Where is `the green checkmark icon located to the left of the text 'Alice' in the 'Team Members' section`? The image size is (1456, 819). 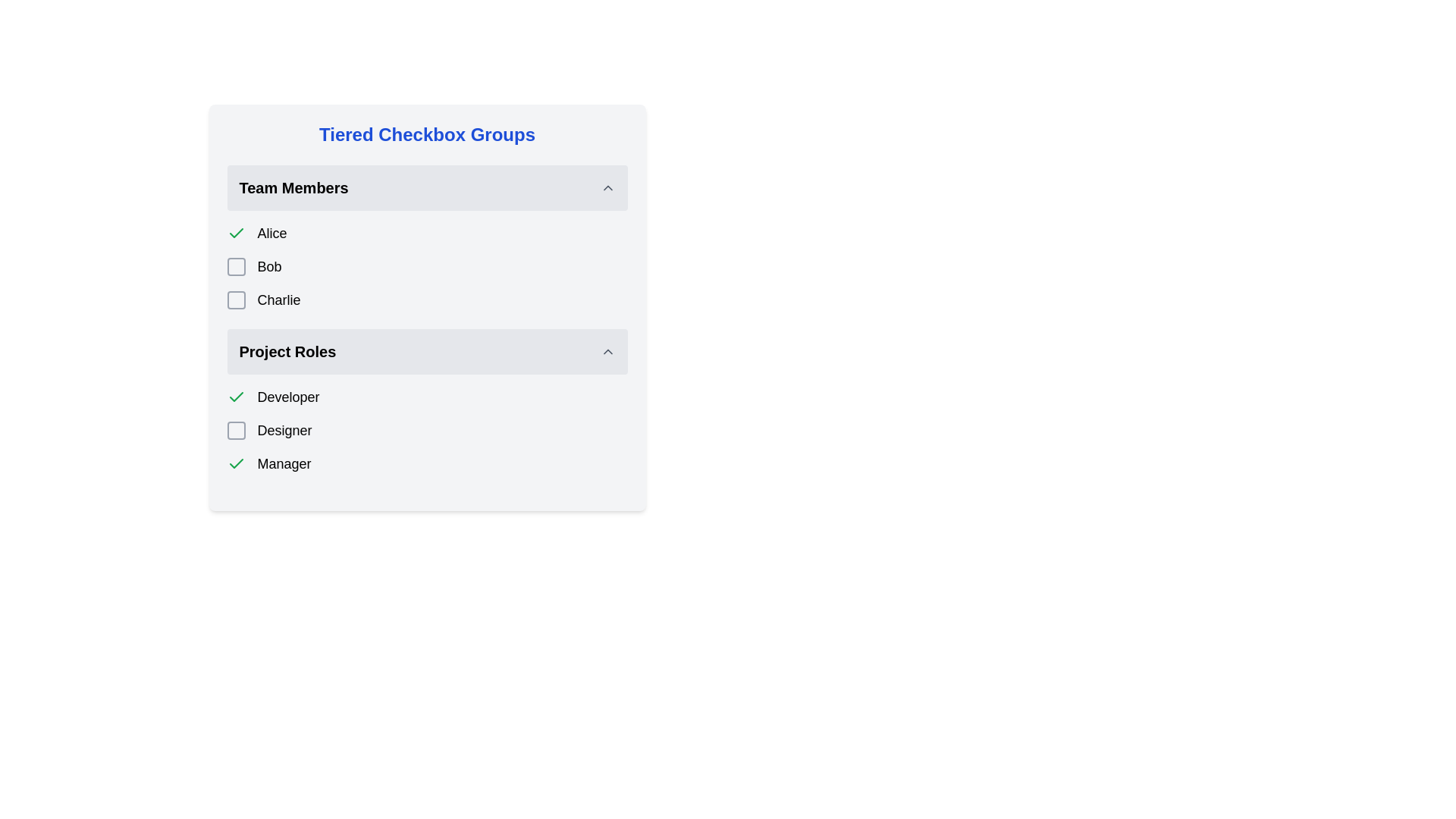
the green checkmark icon located to the left of the text 'Alice' in the 'Team Members' section is located at coordinates (235, 234).